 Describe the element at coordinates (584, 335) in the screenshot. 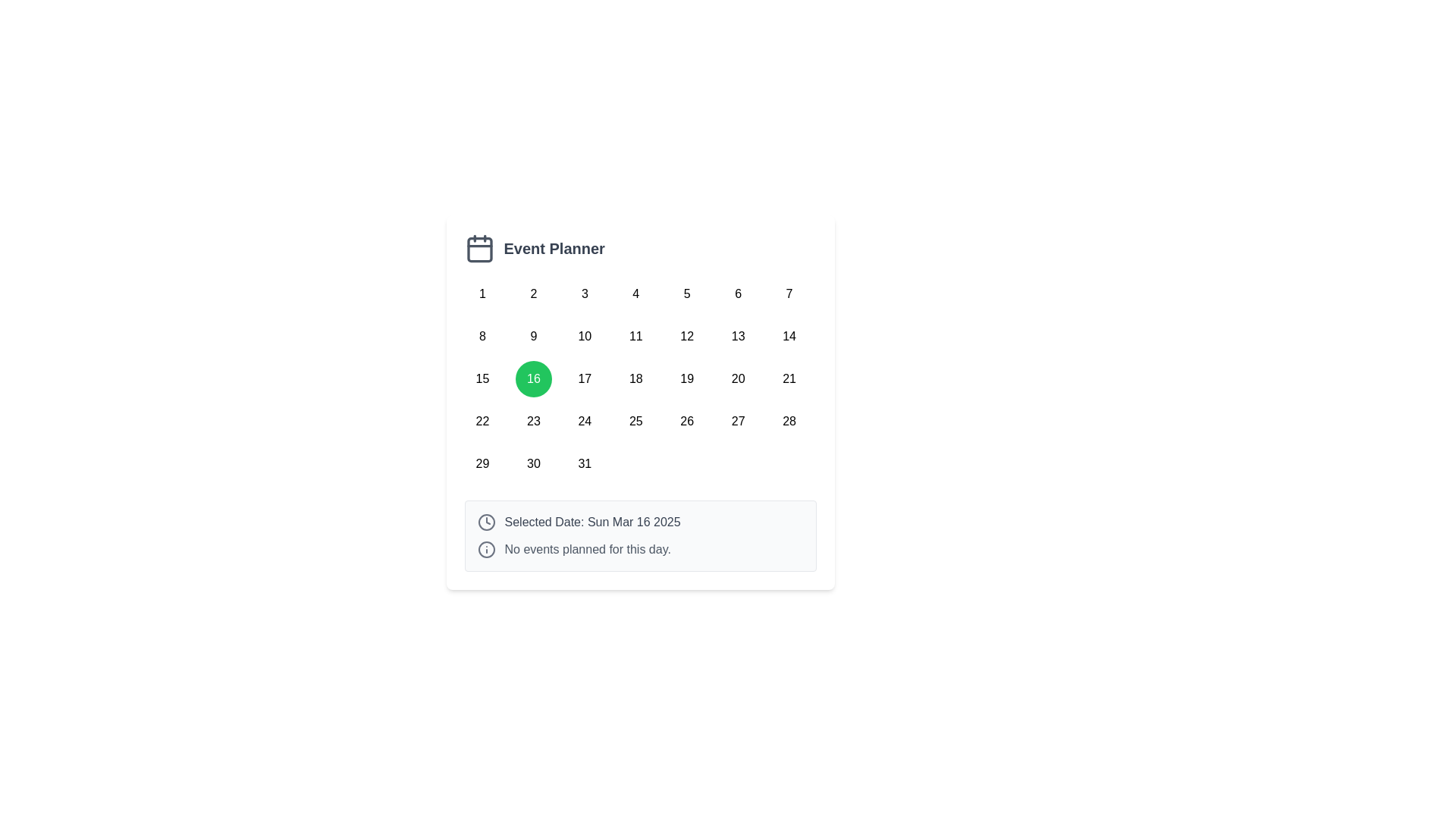

I see `the circular button displaying the number '10', which has a white background and black text` at that location.